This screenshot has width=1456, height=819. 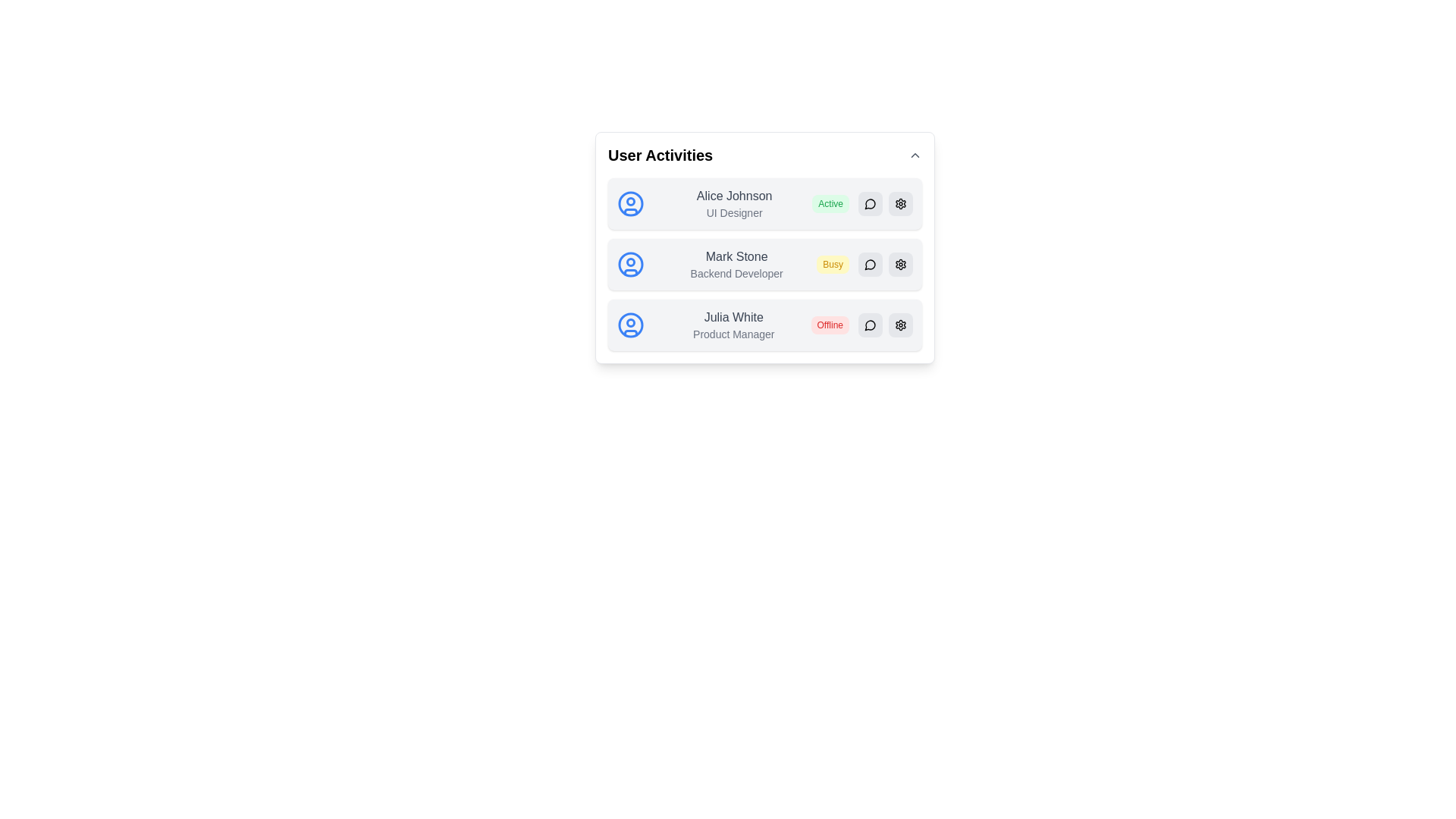 I want to click on the User Information Card for 'Mark Stone', which contains a blue user icon, bold gray name, gray subtext, and a yellow 'Busy' status indicator, so click(x=764, y=263).